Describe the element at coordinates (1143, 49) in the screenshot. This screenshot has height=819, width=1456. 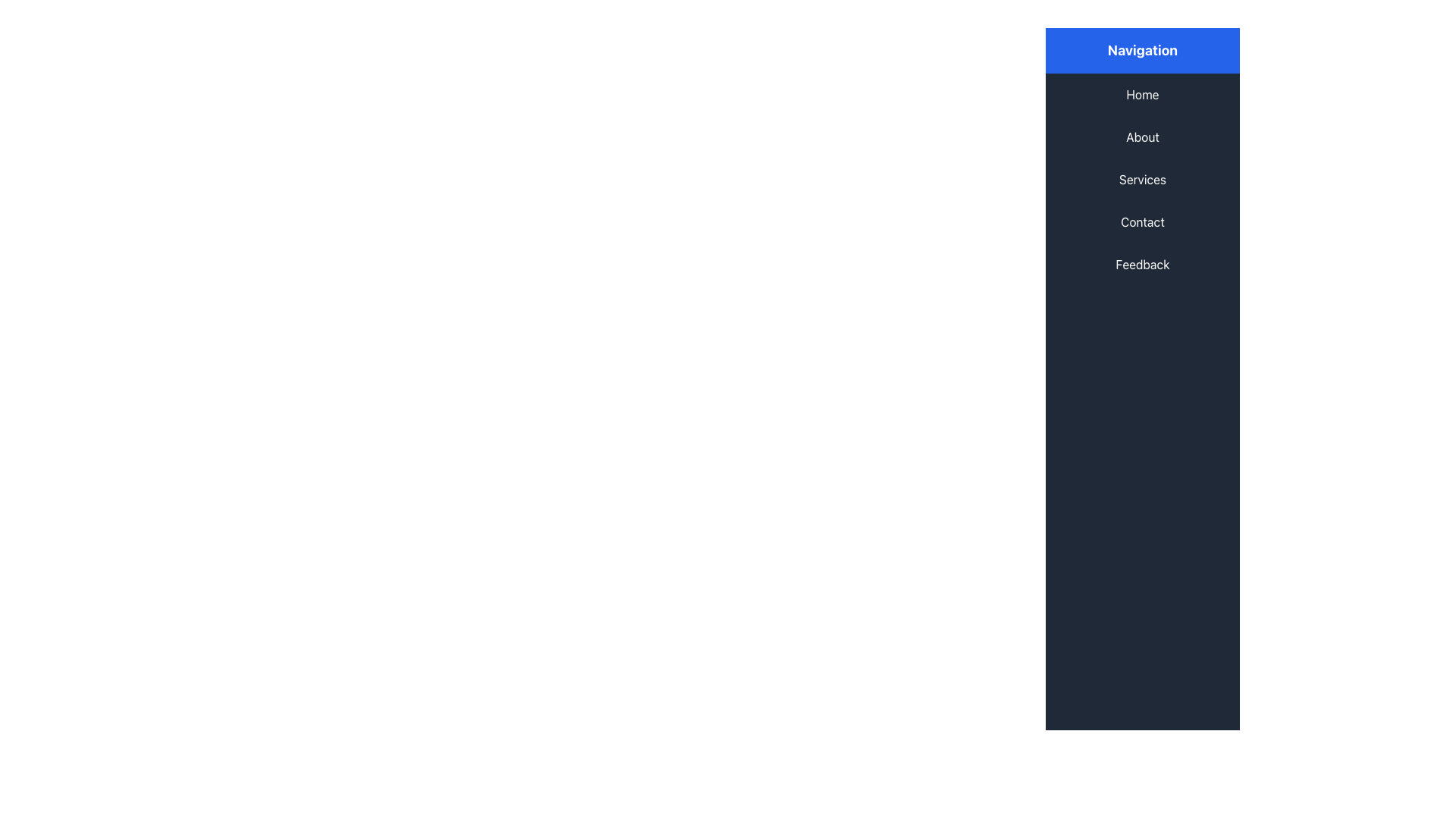
I see `the Static text header located at the top of the vertical sidebar, which serves as a title for the navigation section` at that location.